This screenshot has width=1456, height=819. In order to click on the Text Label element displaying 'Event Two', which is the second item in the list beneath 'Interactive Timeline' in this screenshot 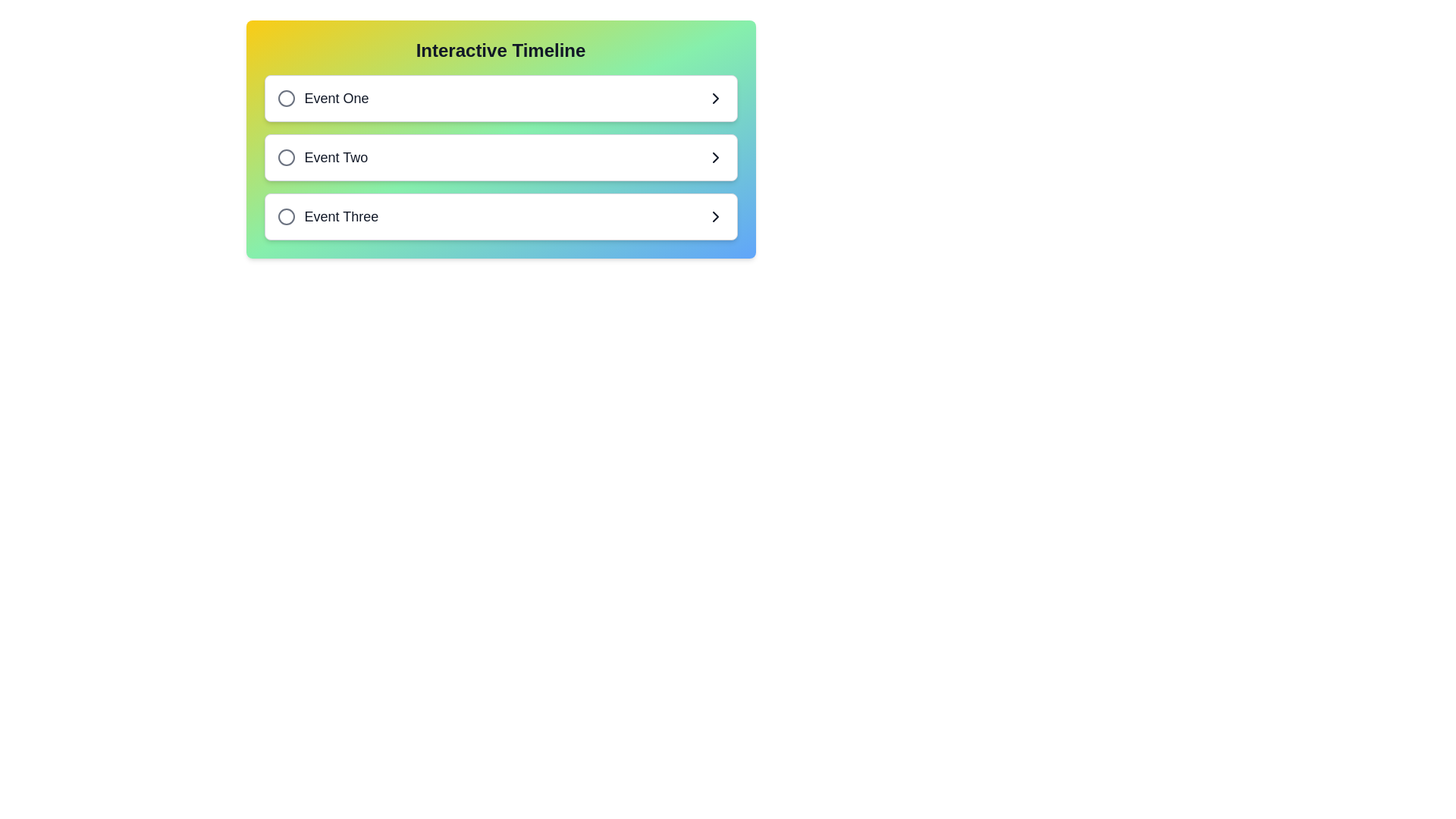, I will do `click(335, 158)`.